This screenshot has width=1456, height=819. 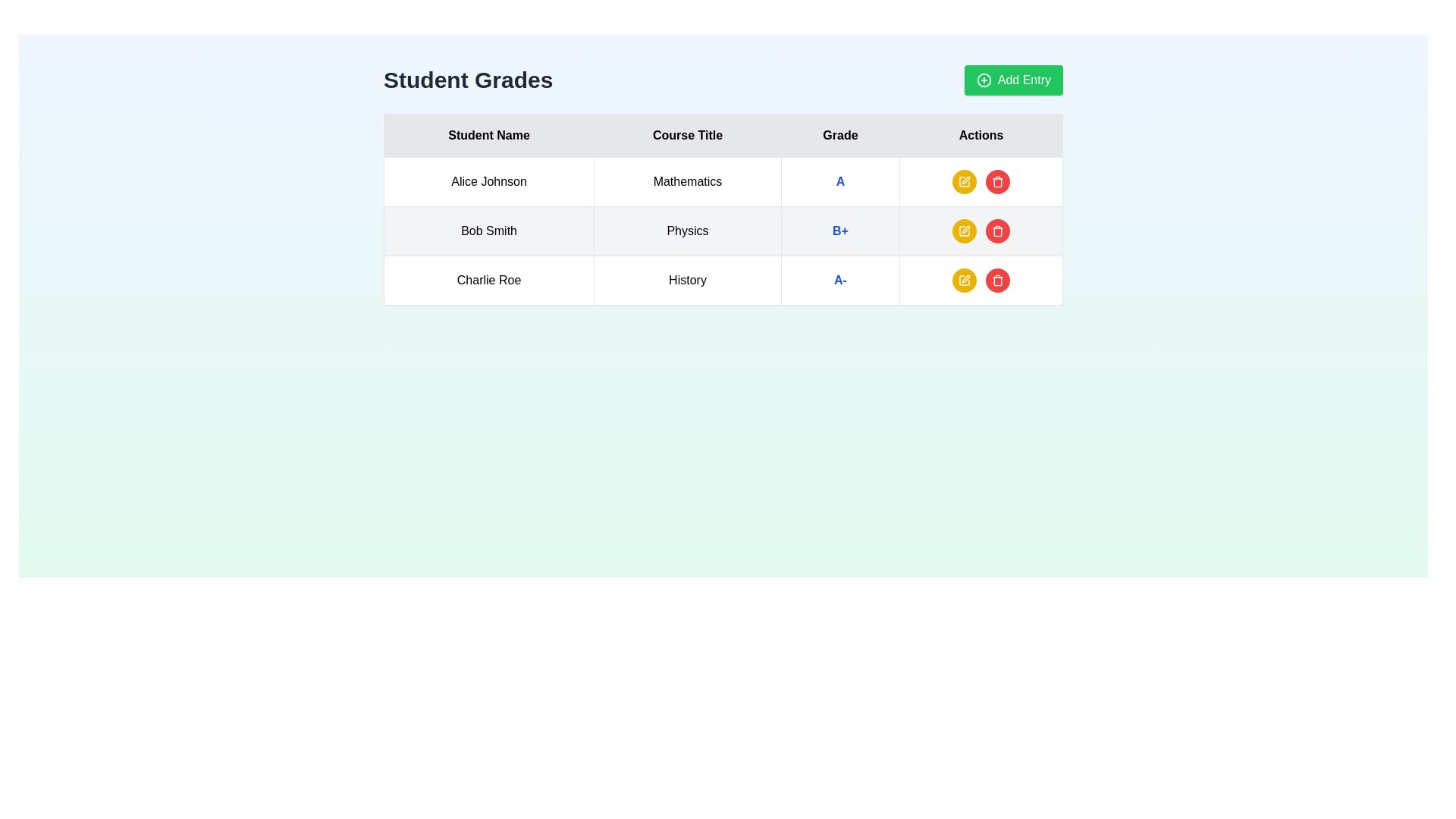 I want to click on the circular yellow button with a white pen icon in the 'Actions' column of the first row in the student grades table, so click(x=964, y=180).